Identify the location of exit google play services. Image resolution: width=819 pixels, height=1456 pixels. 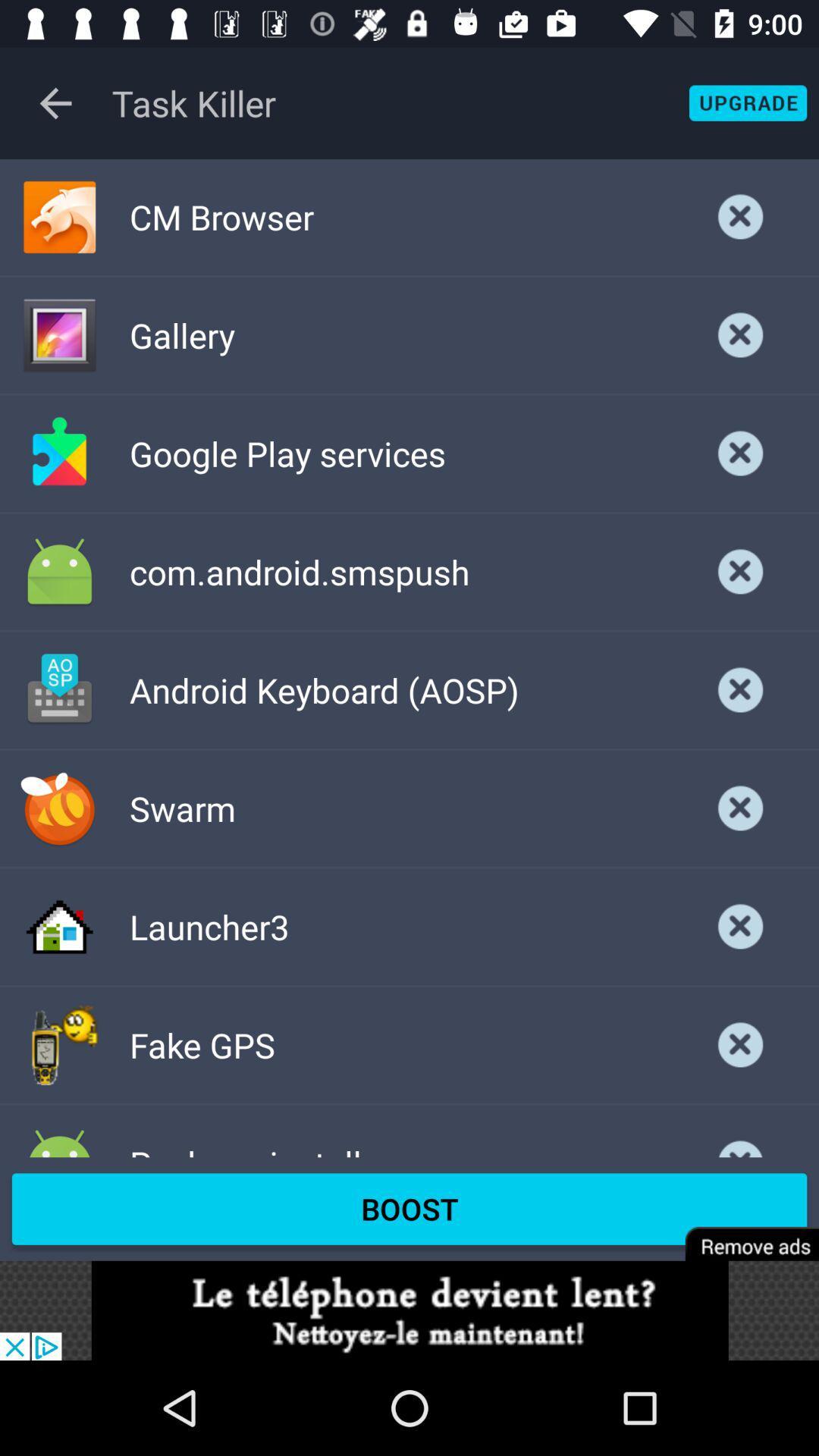
(740, 453).